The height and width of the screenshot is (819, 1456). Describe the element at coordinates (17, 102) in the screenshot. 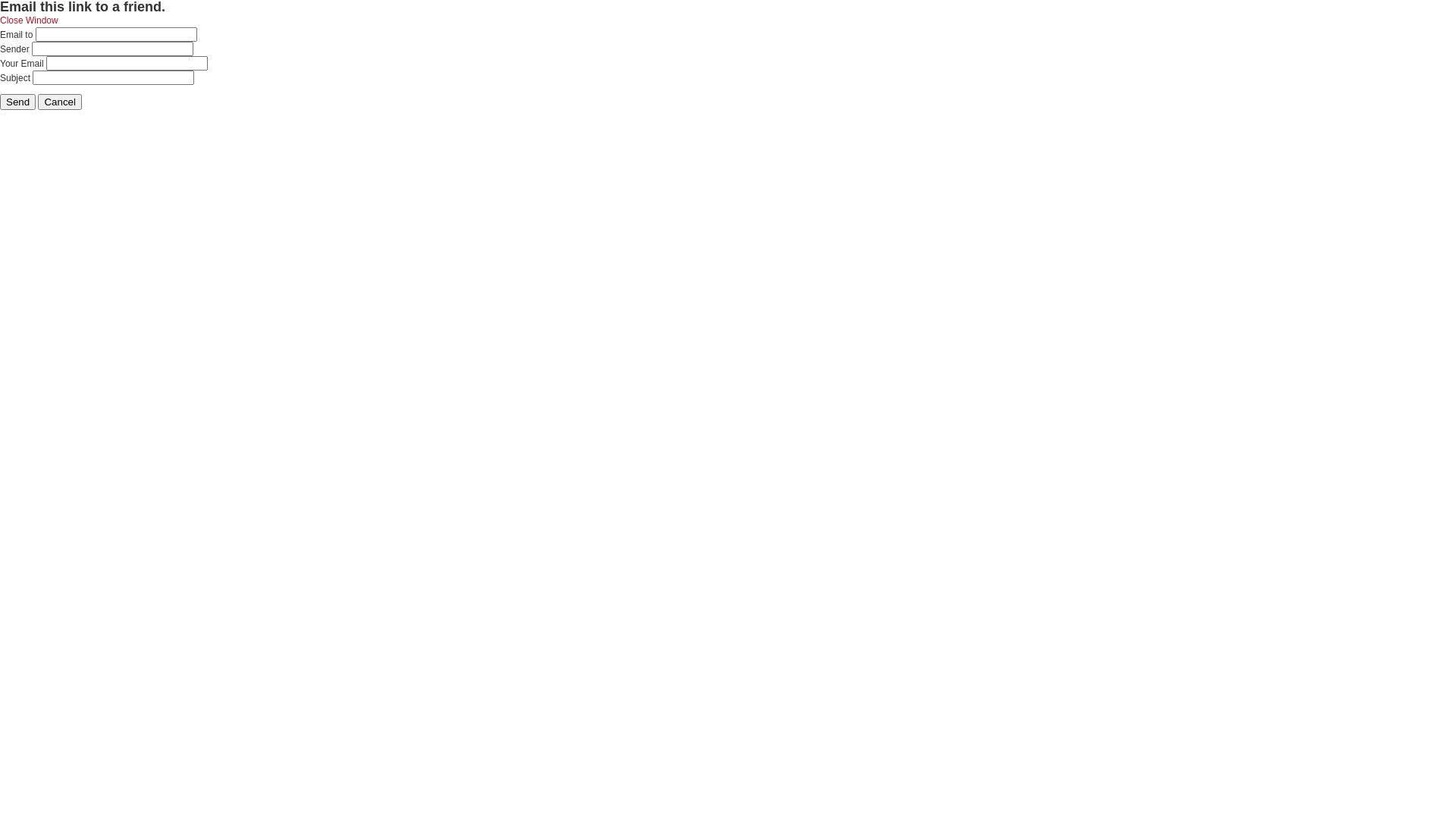

I see `'Send'` at that location.